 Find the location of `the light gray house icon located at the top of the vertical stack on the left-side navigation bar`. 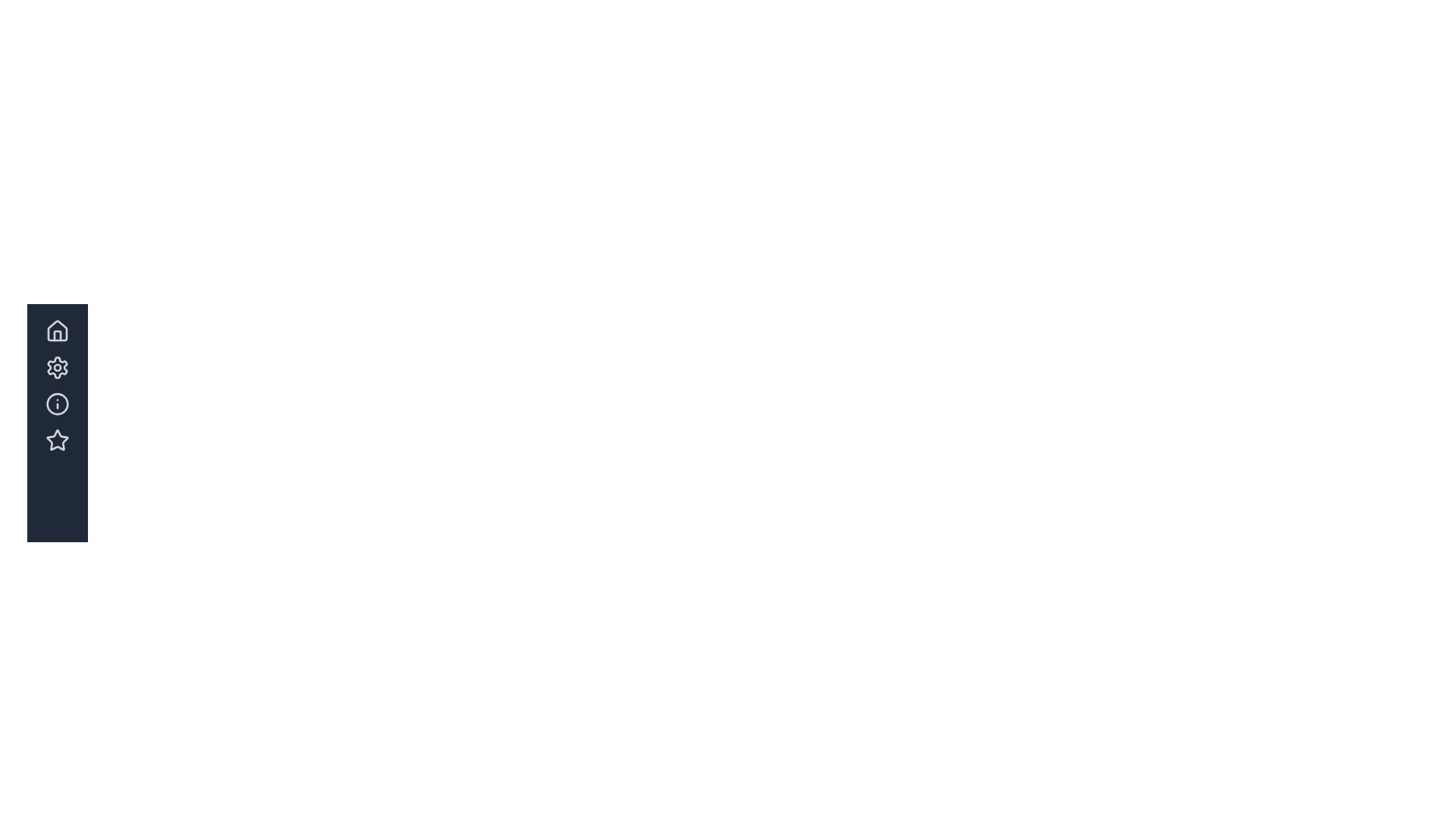

the light gray house icon located at the top of the vertical stack on the left-side navigation bar is located at coordinates (58, 330).